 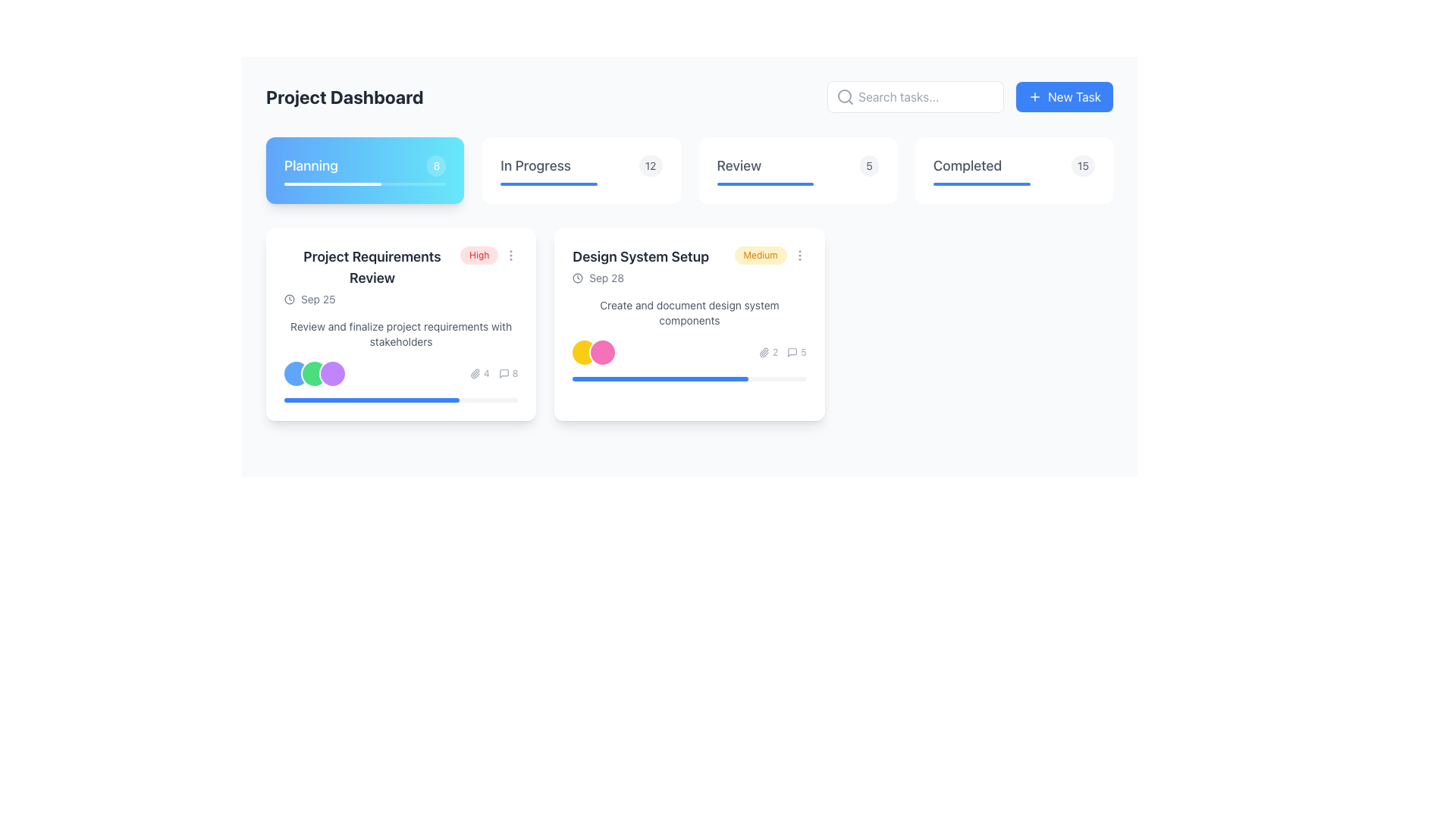 I want to click on the icon located in the bottom-right region of the 'Design System Setup' card for informational purposes, so click(x=764, y=353).